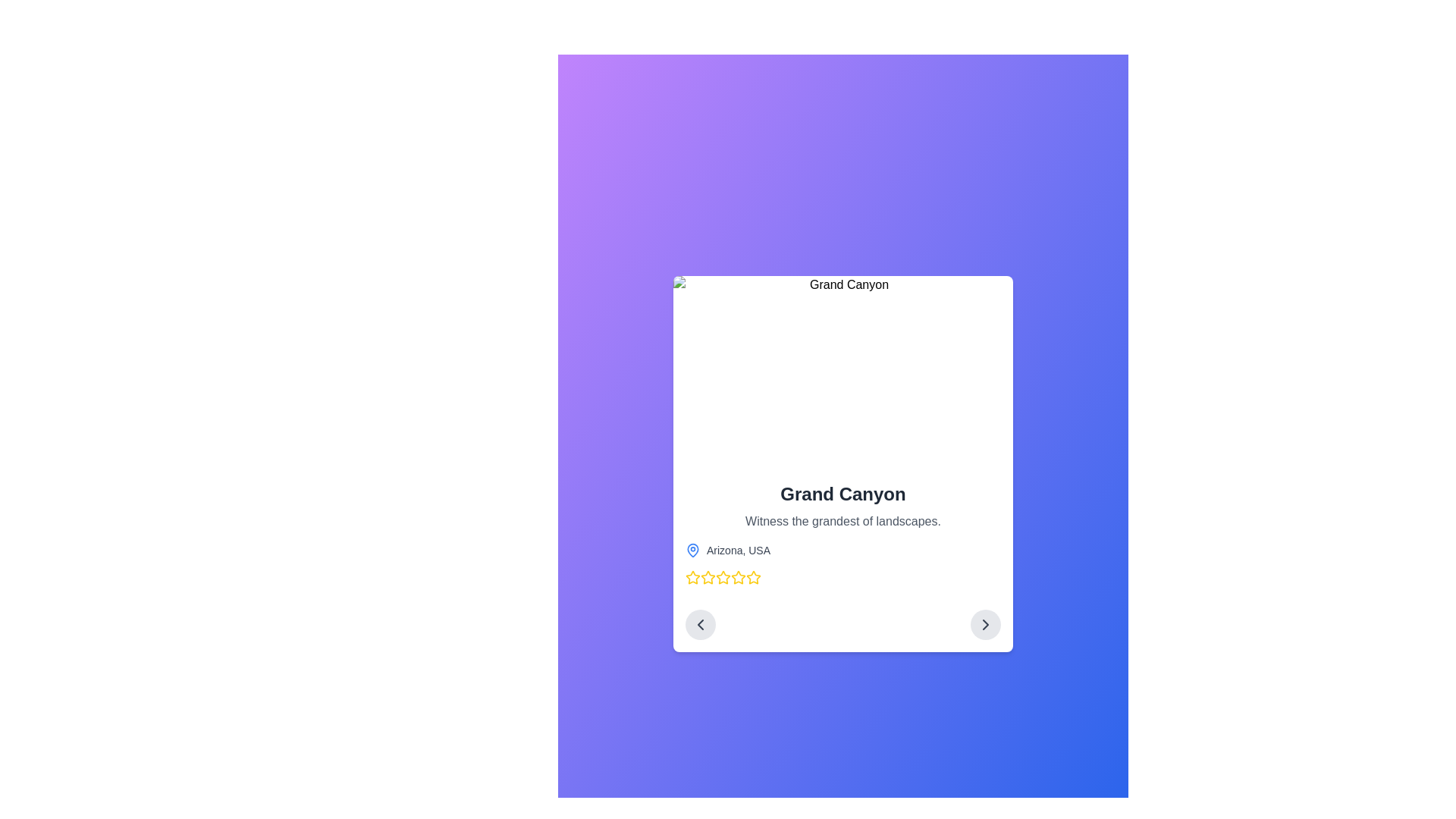 The image size is (1456, 819). Describe the element at coordinates (708, 577) in the screenshot. I see `the first star icon from the left in the 5-star rating system` at that location.